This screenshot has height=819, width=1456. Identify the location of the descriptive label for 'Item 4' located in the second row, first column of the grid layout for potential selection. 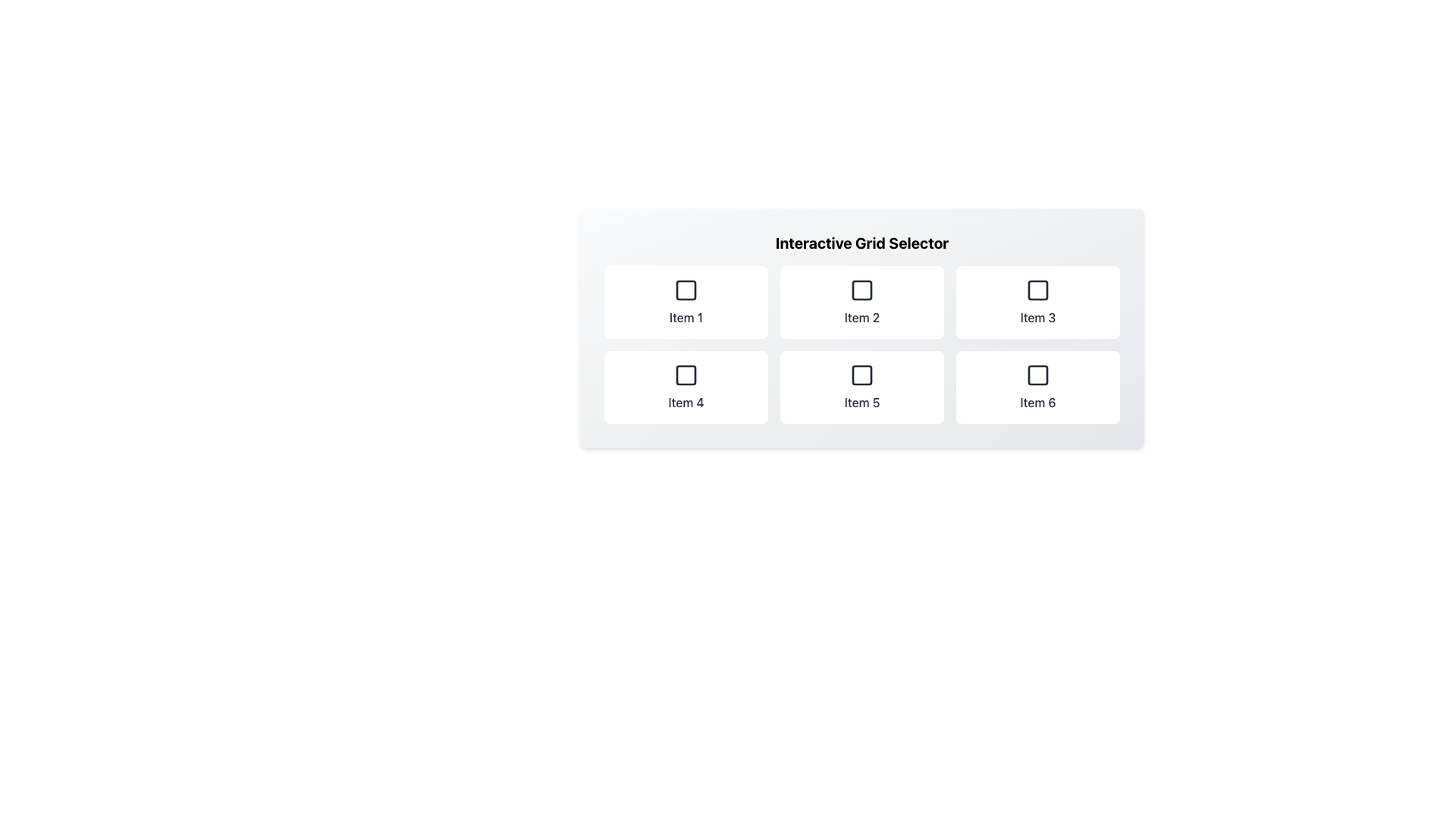
(686, 402).